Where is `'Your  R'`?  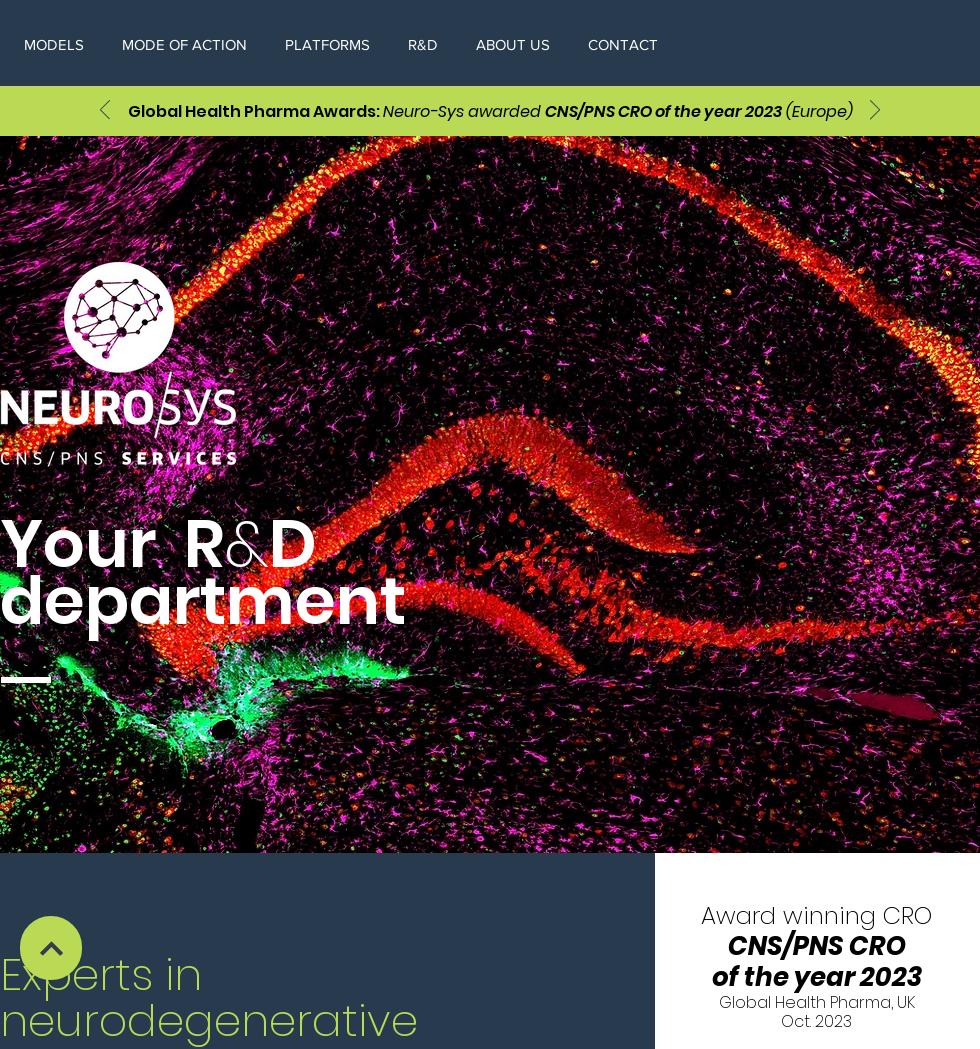 'Your  R' is located at coordinates (0, 544).